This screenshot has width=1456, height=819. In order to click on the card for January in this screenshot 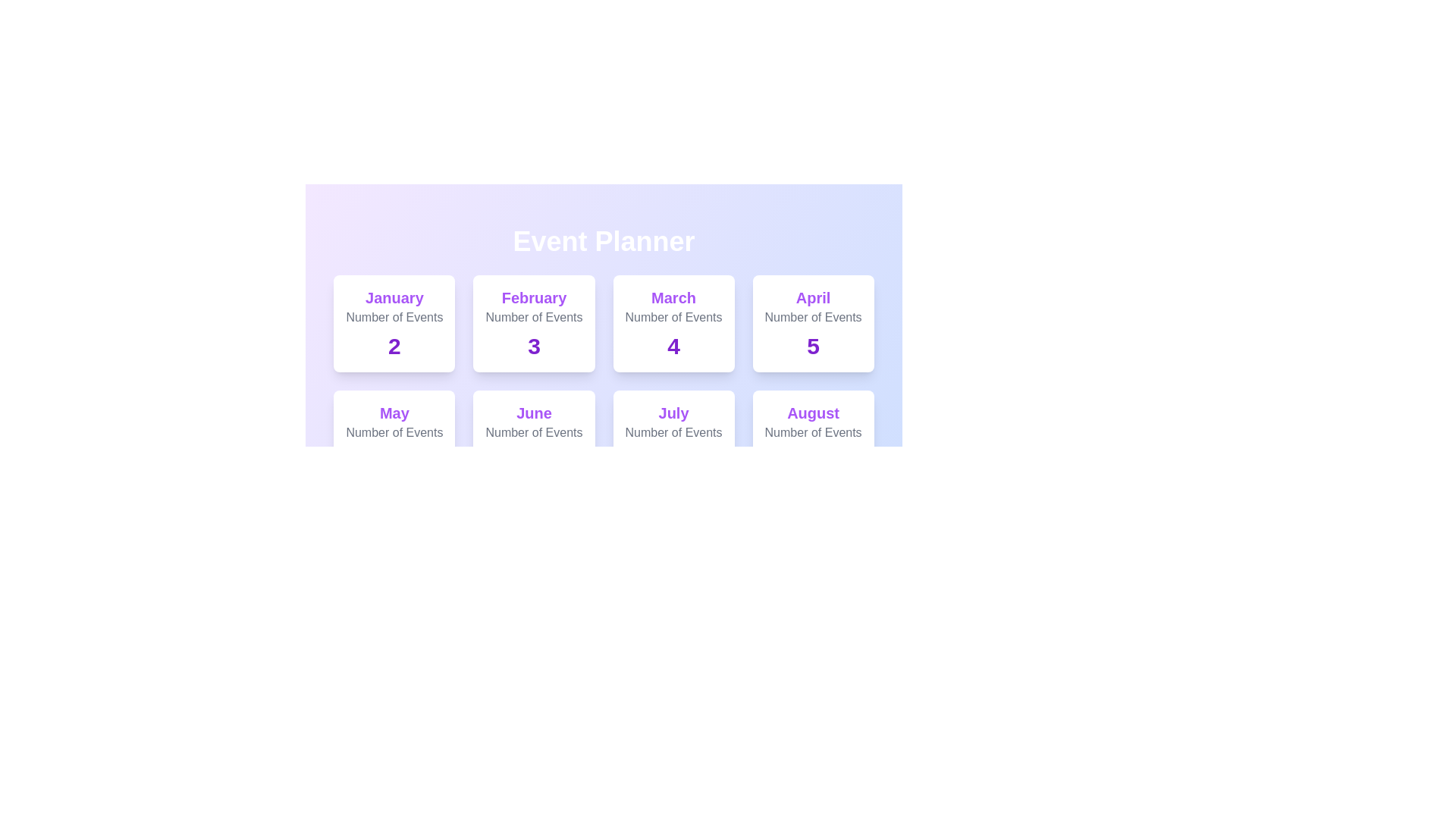, I will do `click(394, 323)`.